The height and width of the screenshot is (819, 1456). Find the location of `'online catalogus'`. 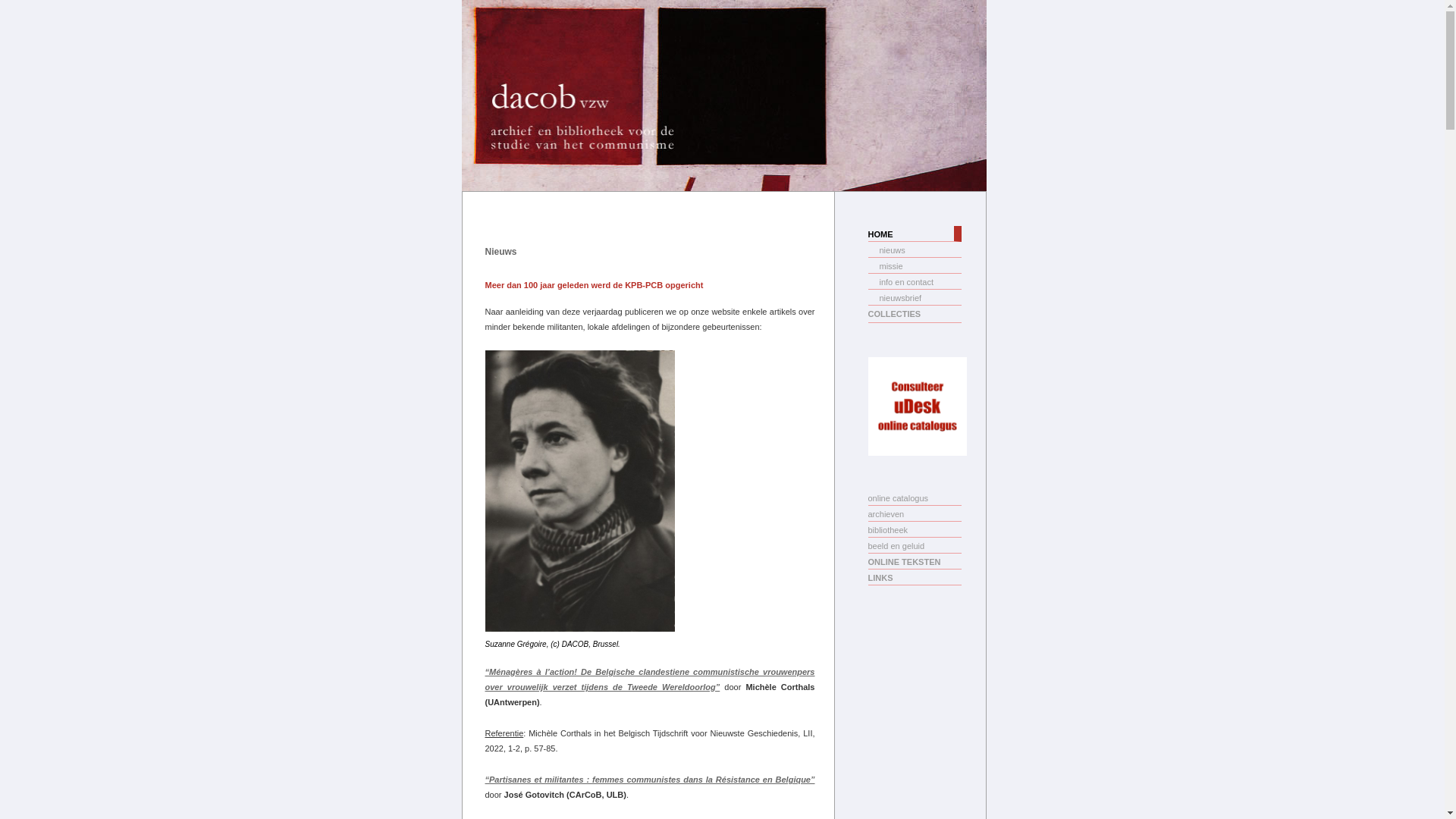

'online catalogus' is located at coordinates (913, 497).